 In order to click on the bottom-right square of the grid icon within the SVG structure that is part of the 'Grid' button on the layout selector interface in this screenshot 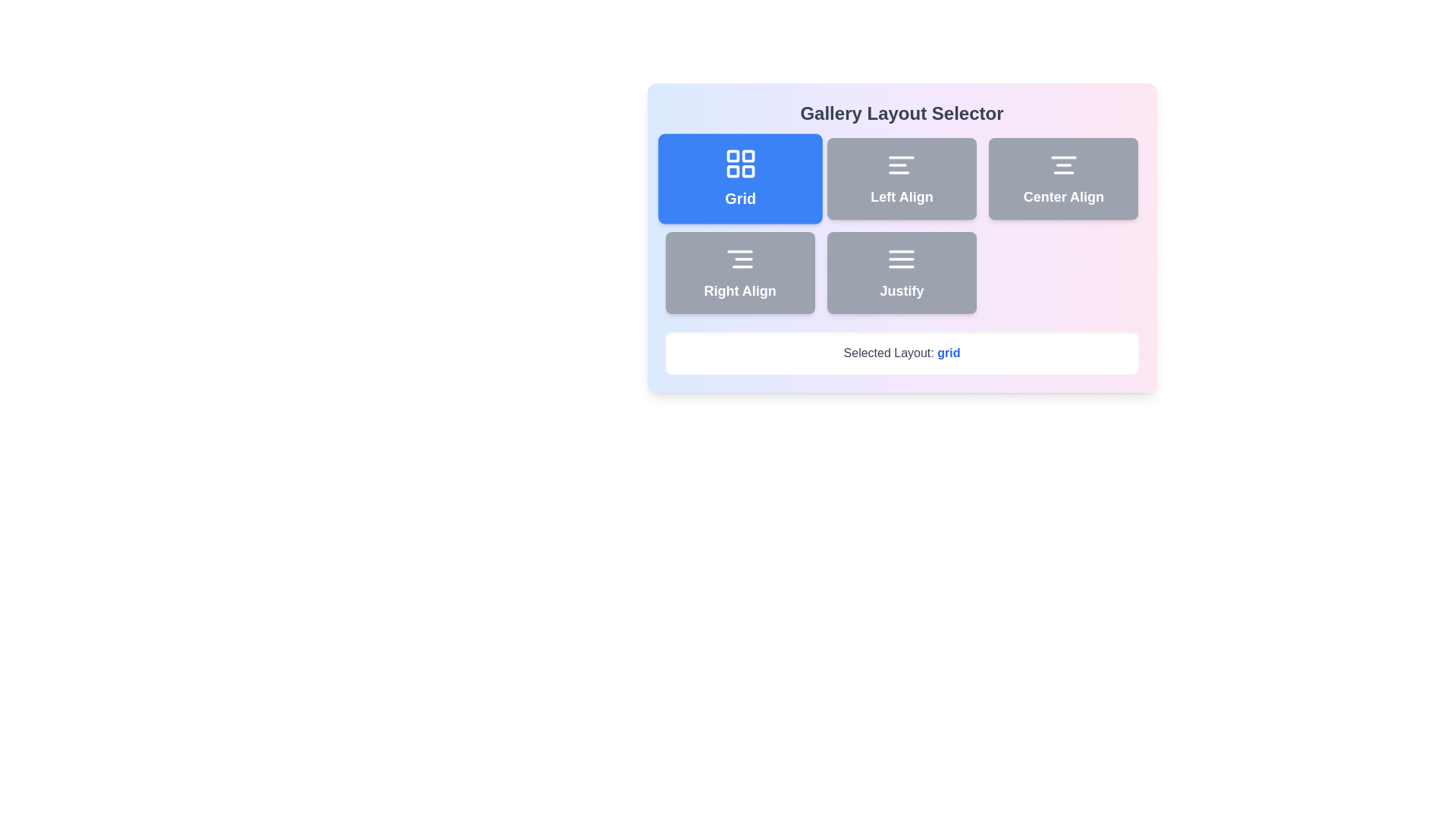, I will do `click(748, 171)`.